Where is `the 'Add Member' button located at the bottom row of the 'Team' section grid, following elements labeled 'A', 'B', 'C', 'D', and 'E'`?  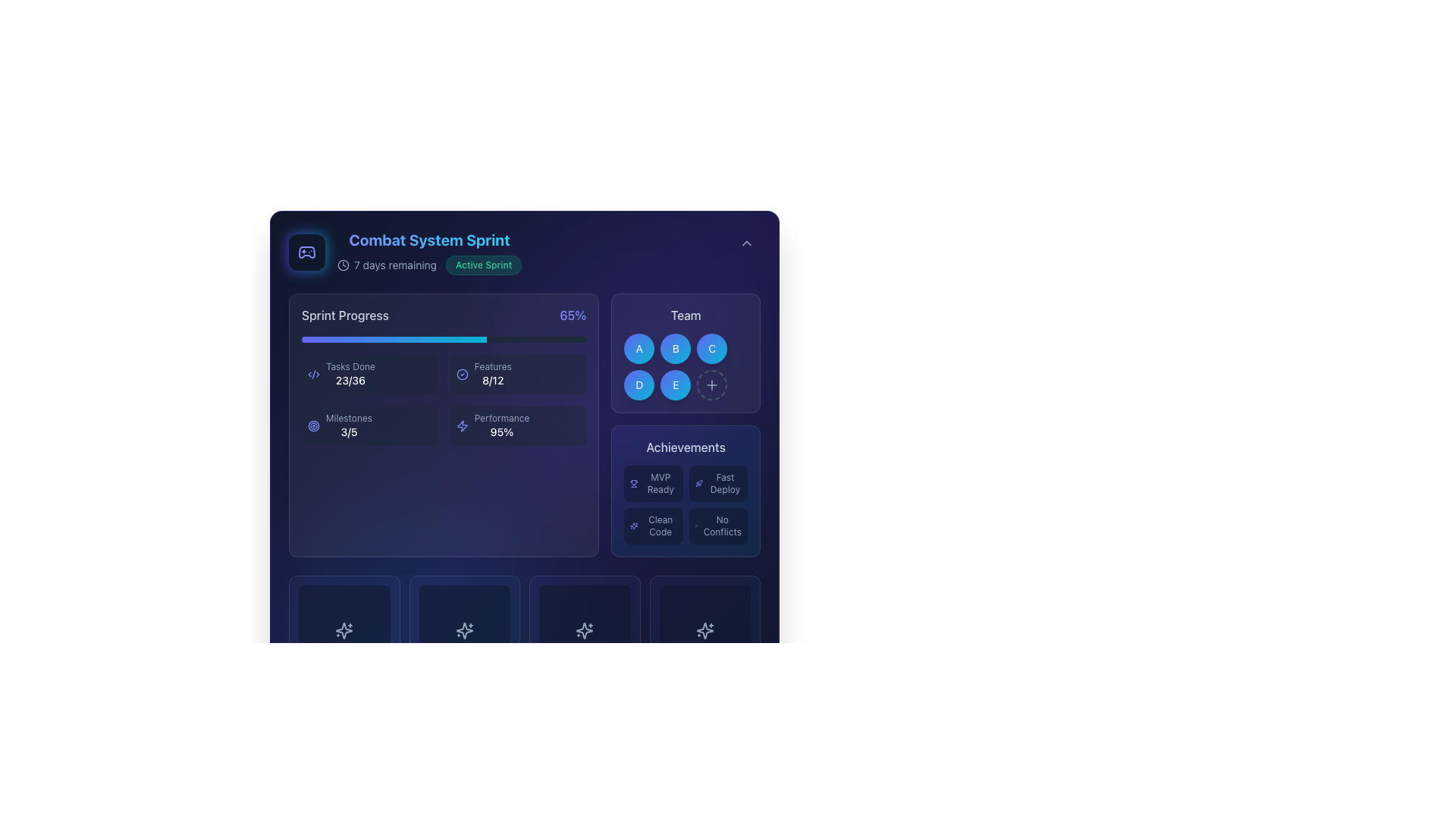
the 'Add Member' button located at the bottom row of the 'Team' section grid, following elements labeled 'A', 'B', 'C', 'D', and 'E' is located at coordinates (711, 384).